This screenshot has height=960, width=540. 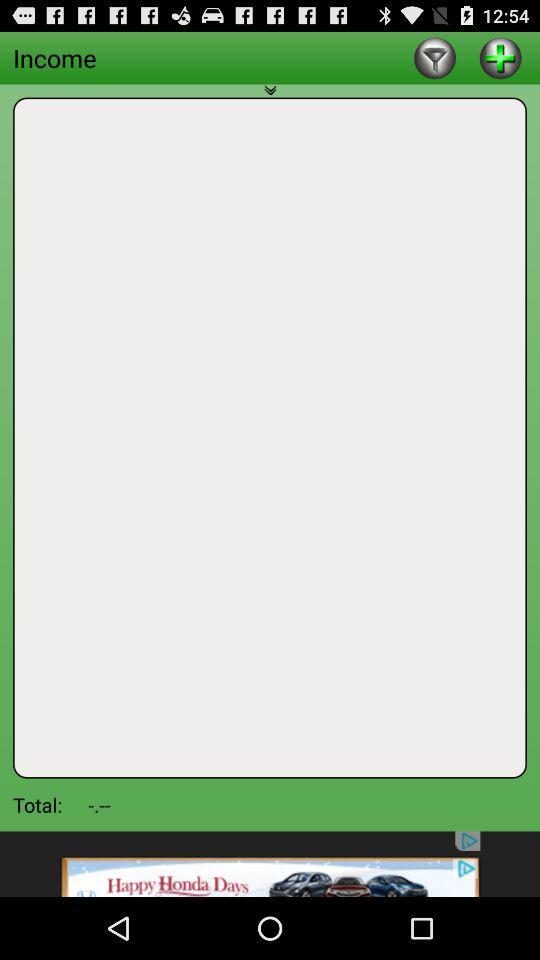 What do you see at coordinates (270, 95) in the screenshot?
I see `minimize this tab` at bounding box center [270, 95].